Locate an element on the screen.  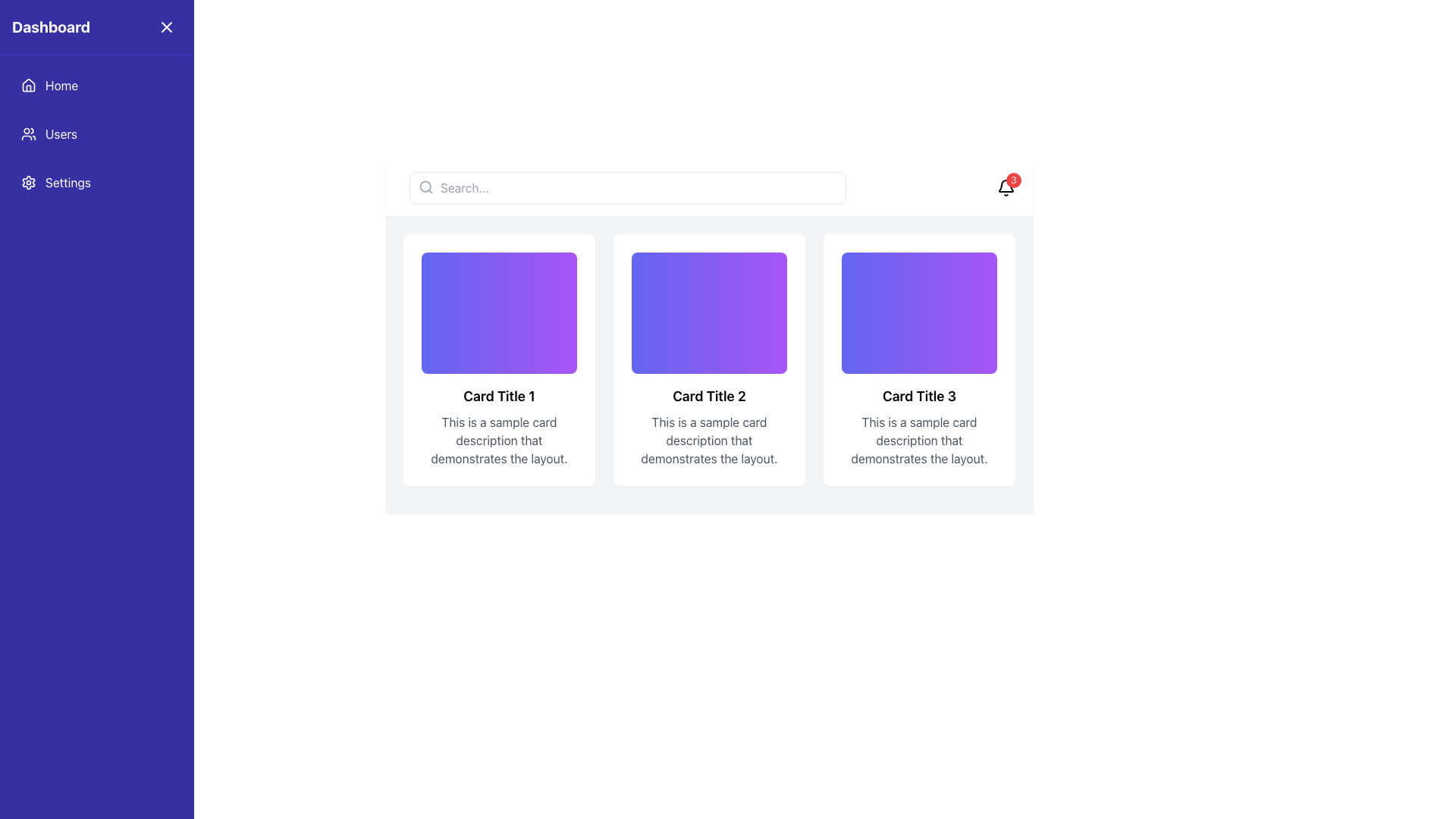
the 'X' icon located in the top-right corner of the blue sidebar is located at coordinates (167, 27).